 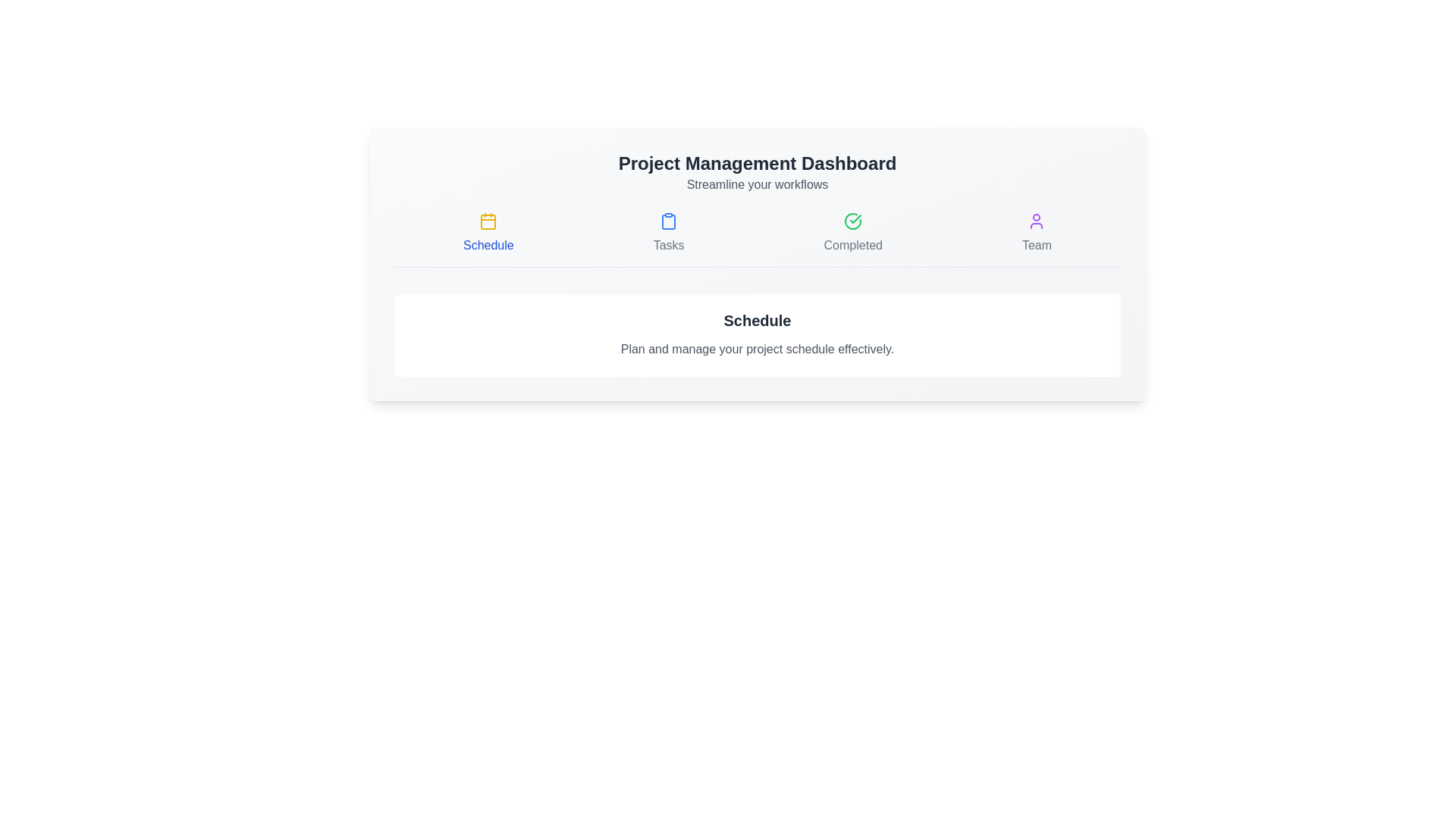 What do you see at coordinates (488, 234) in the screenshot?
I see `the tab icon corresponding to Schedule` at bounding box center [488, 234].